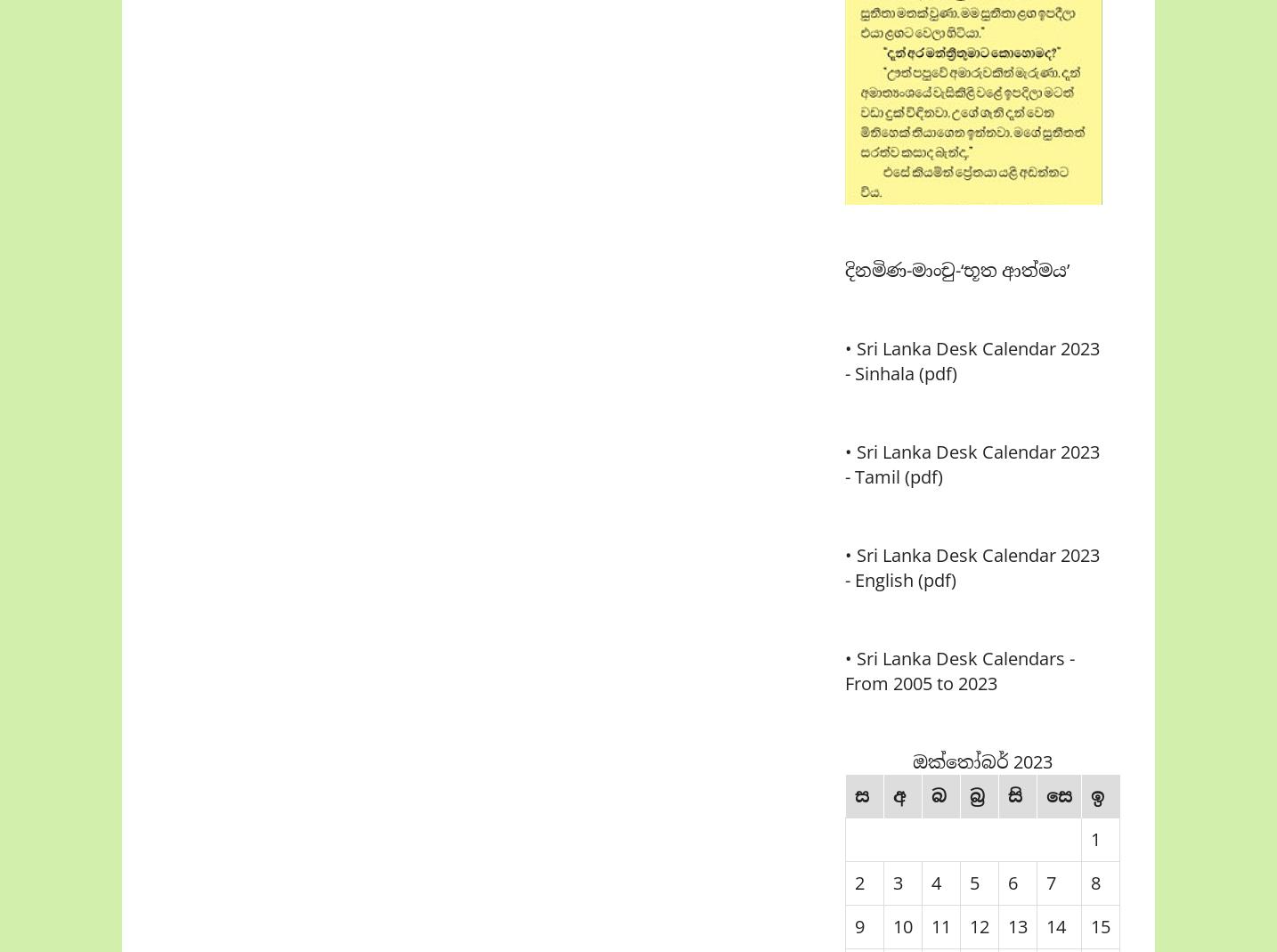 The width and height of the screenshot is (1277, 952). I want to click on '9', so click(858, 926).